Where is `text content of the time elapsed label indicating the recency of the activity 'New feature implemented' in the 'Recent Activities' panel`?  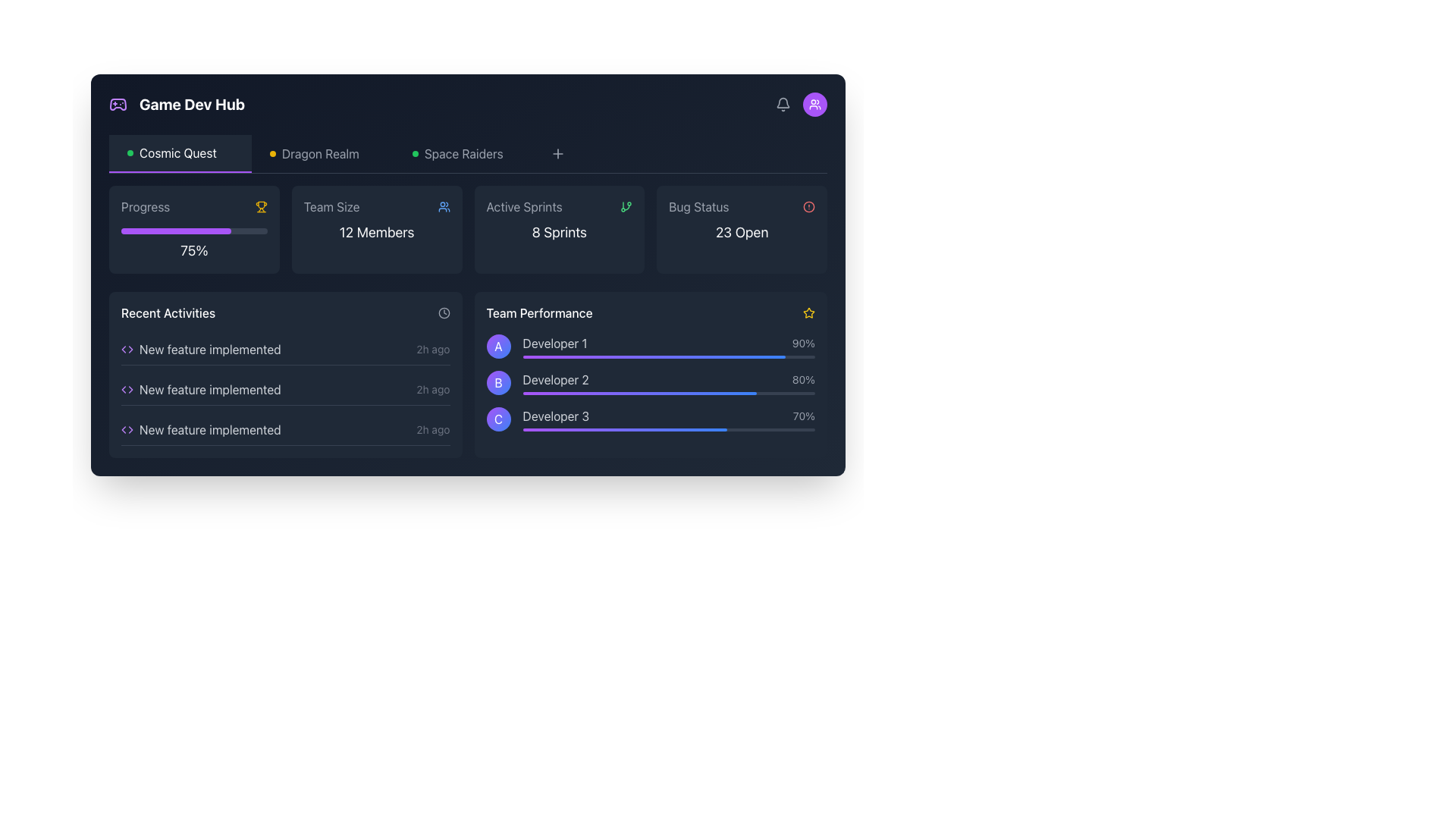 text content of the time elapsed label indicating the recency of the activity 'New feature implemented' in the 'Recent Activities' panel is located at coordinates (432, 388).